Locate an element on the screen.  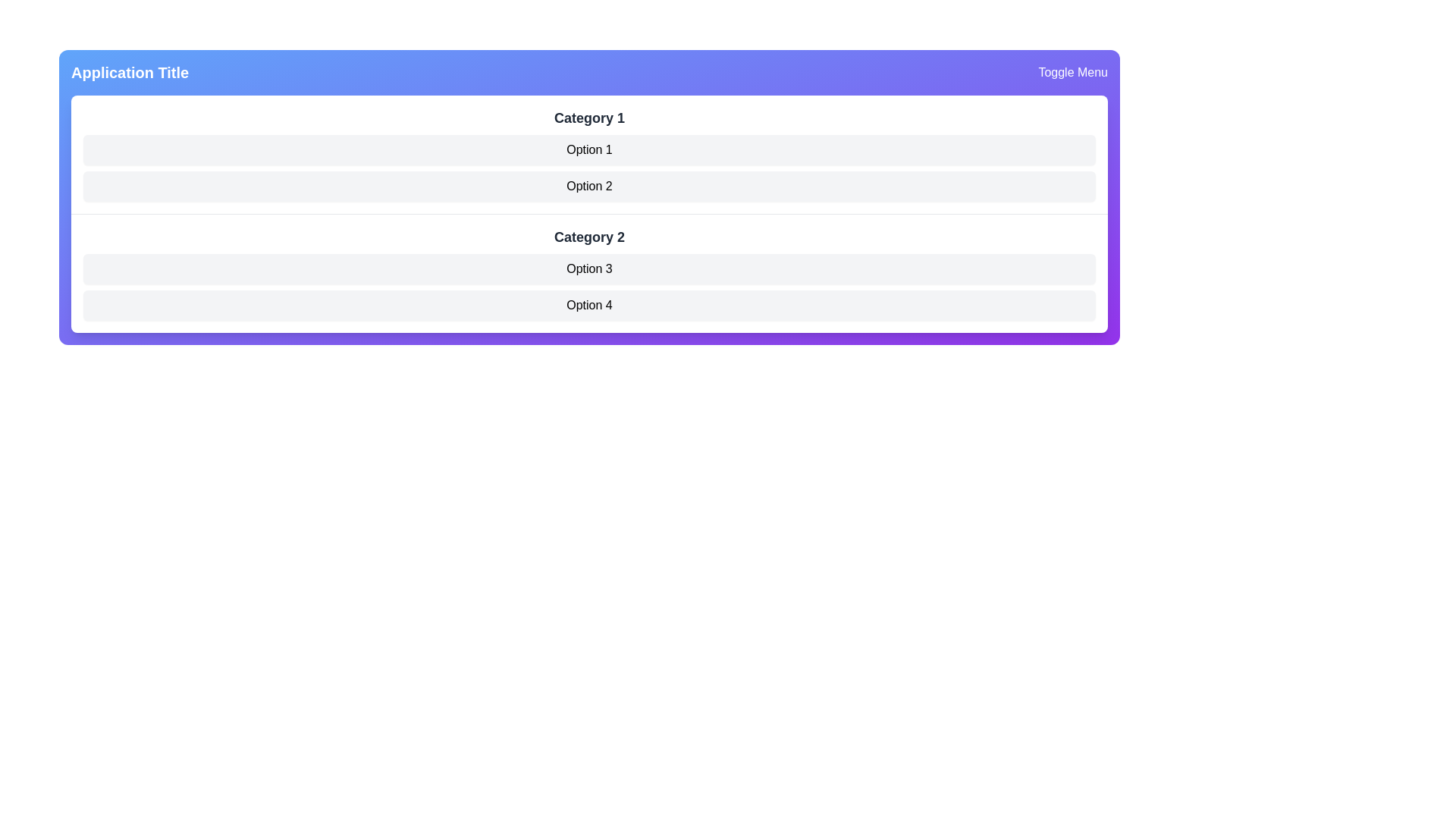
the first selectable option button located in the middle-left section of the interface within the 'Category 2' group, positioned above 'Option 4' is located at coordinates (588, 268).